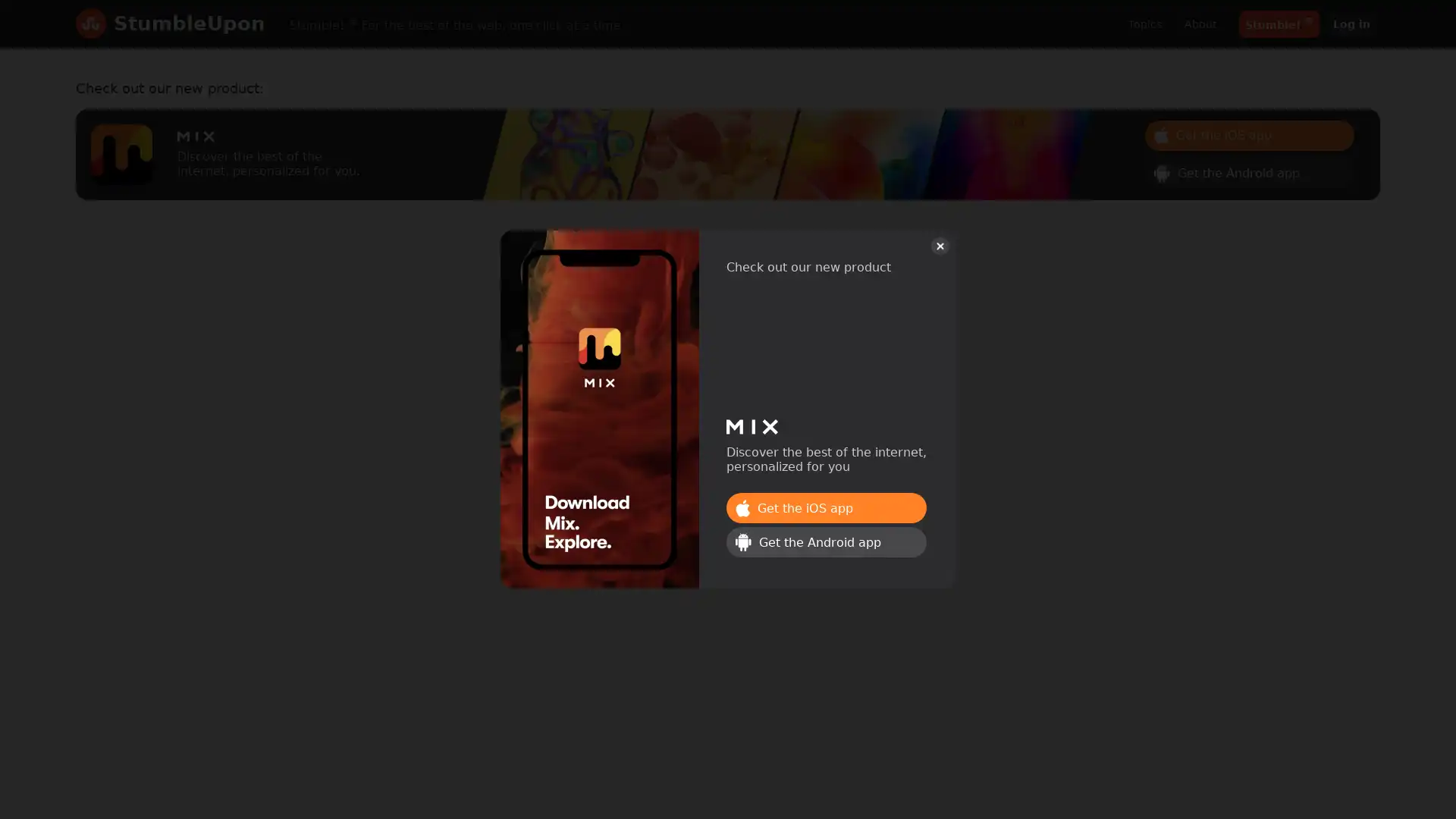 The image size is (1456, 819). I want to click on Header Image 1 Get the Android app, so click(825, 541).